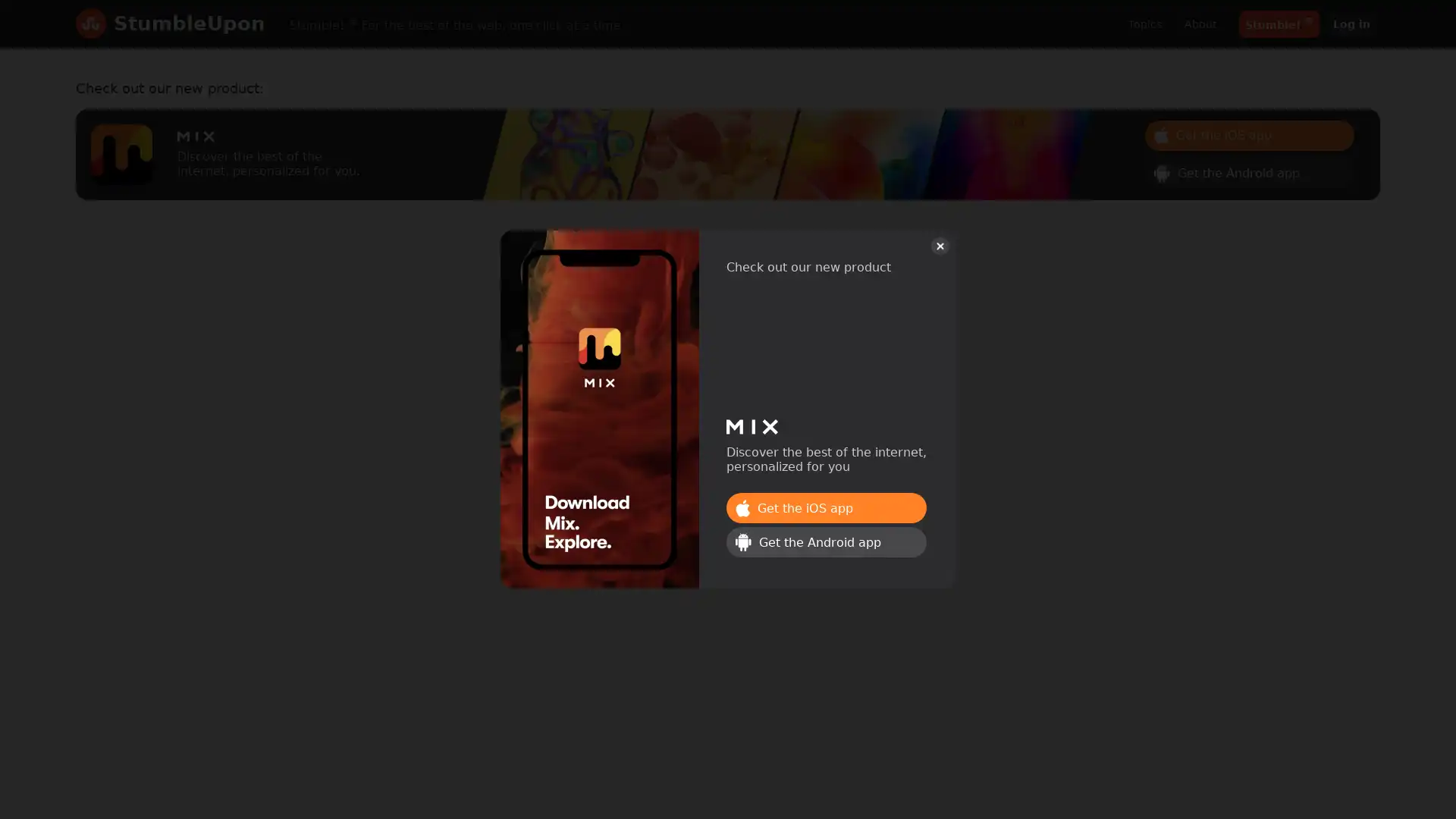 The image size is (1456, 819). I want to click on Header Image 1 Get the Android app, so click(825, 541).